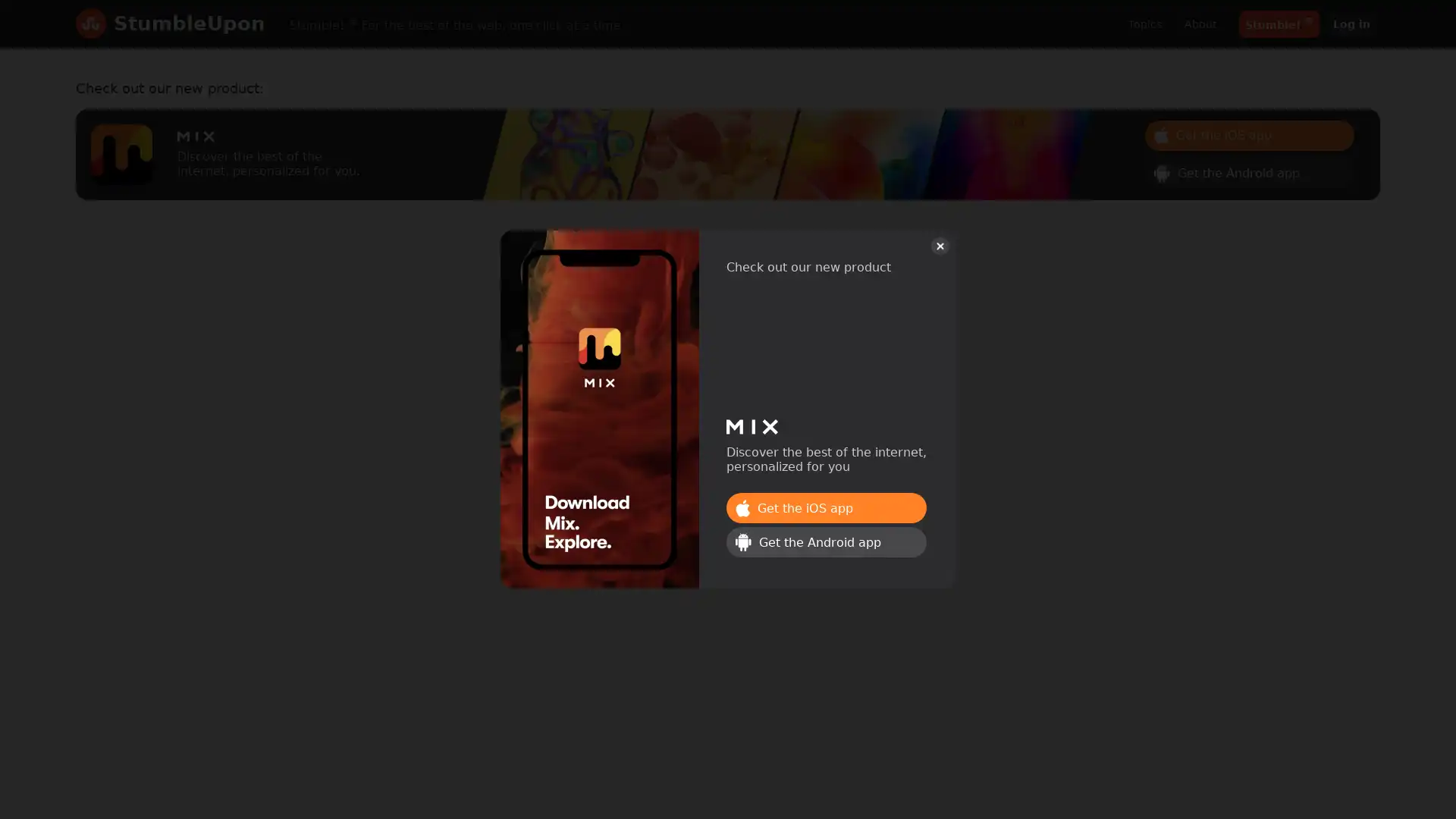 The image size is (1456, 819). I want to click on Header Image 1 Get the Android app, so click(825, 541).